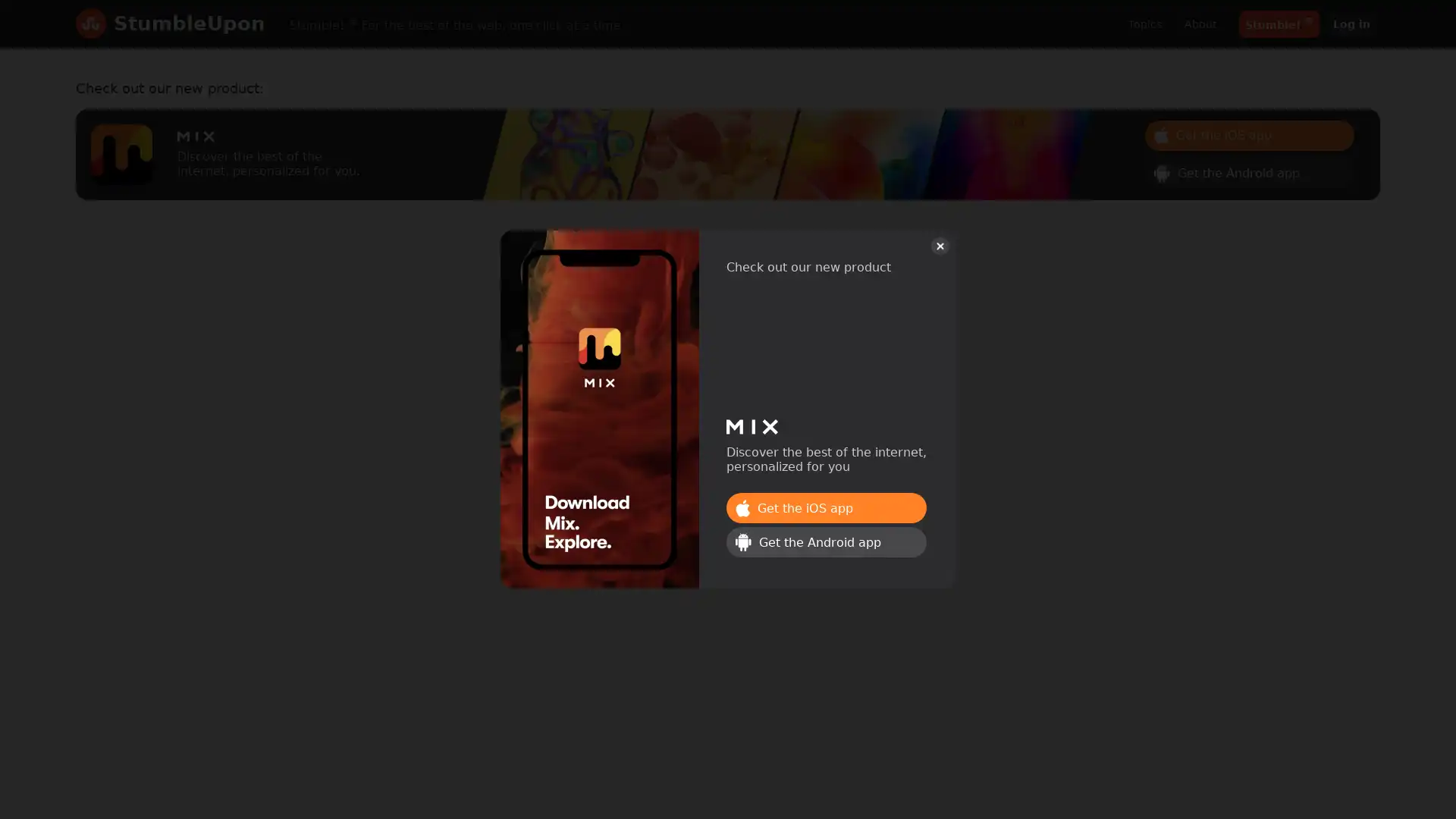 The image size is (1456, 819). I want to click on Header Image 1 Get the Android app, so click(825, 541).